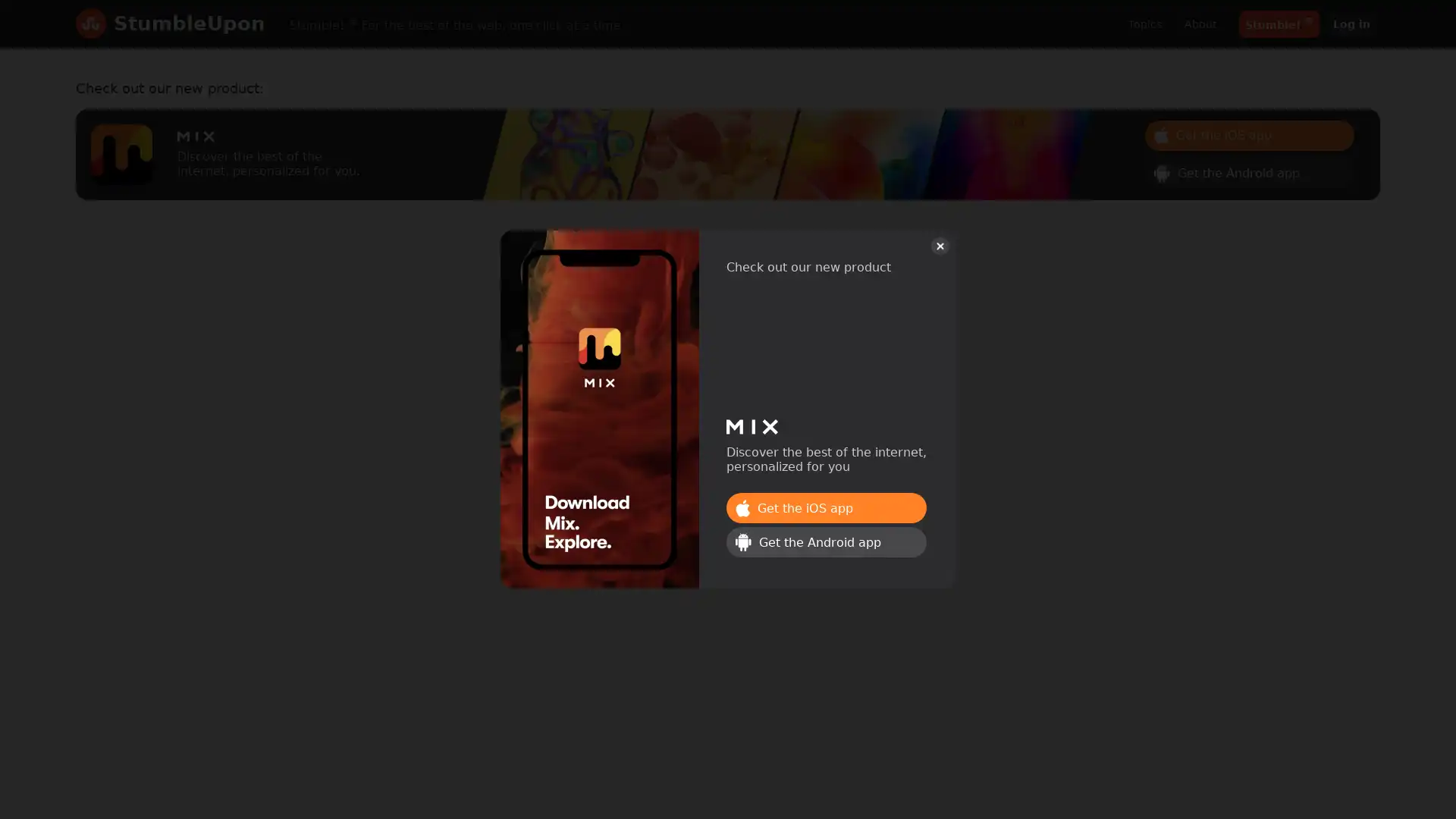 The image size is (1456, 819). I want to click on Header Image 1 Get the Android app, so click(825, 541).